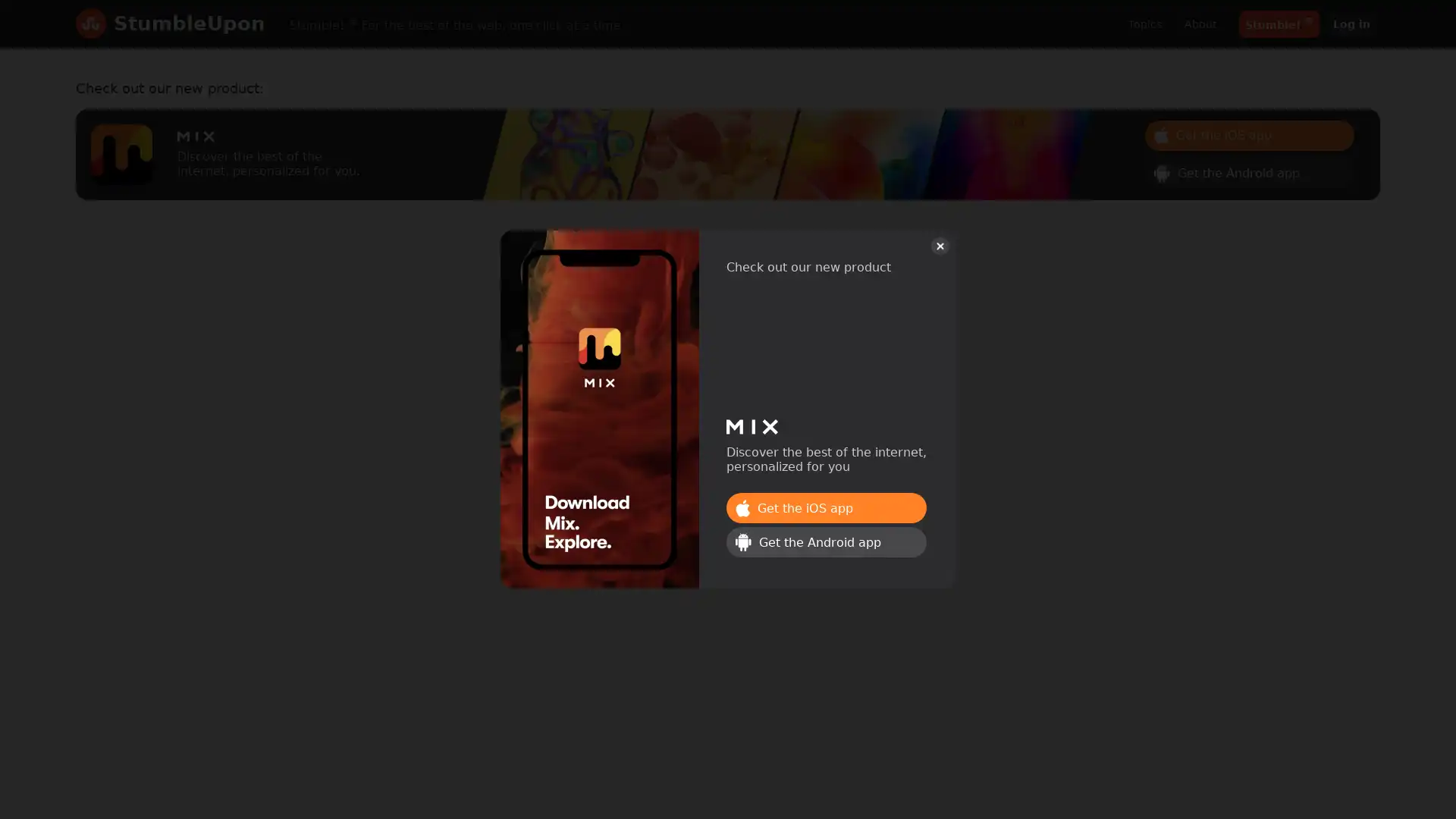 The image size is (1456, 819). I want to click on Header Image 1 Get the Android app, so click(825, 541).